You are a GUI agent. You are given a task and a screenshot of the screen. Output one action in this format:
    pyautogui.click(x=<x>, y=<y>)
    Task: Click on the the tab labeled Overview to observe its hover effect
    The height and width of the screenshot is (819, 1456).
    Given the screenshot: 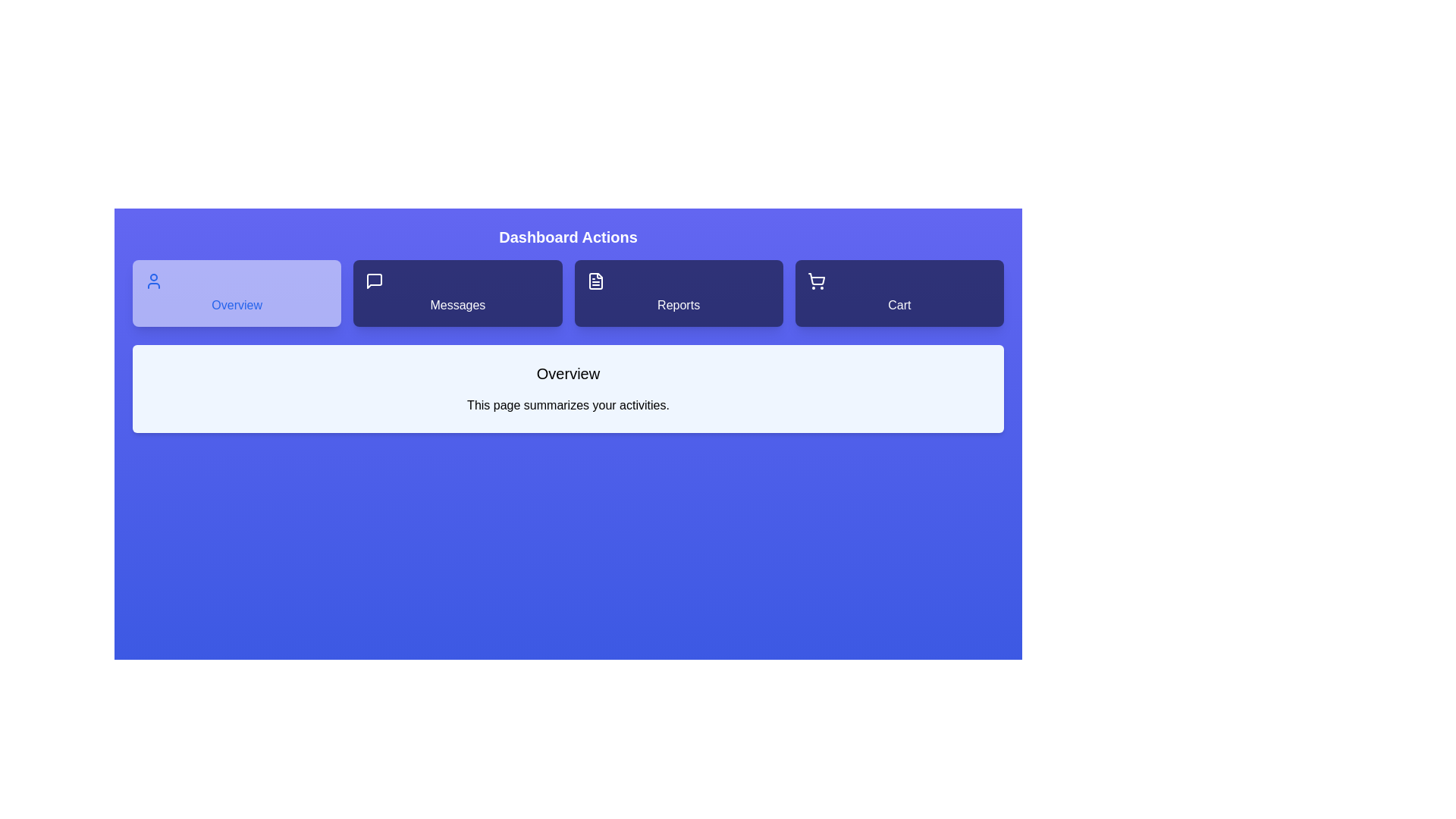 What is the action you would take?
    pyautogui.click(x=236, y=293)
    